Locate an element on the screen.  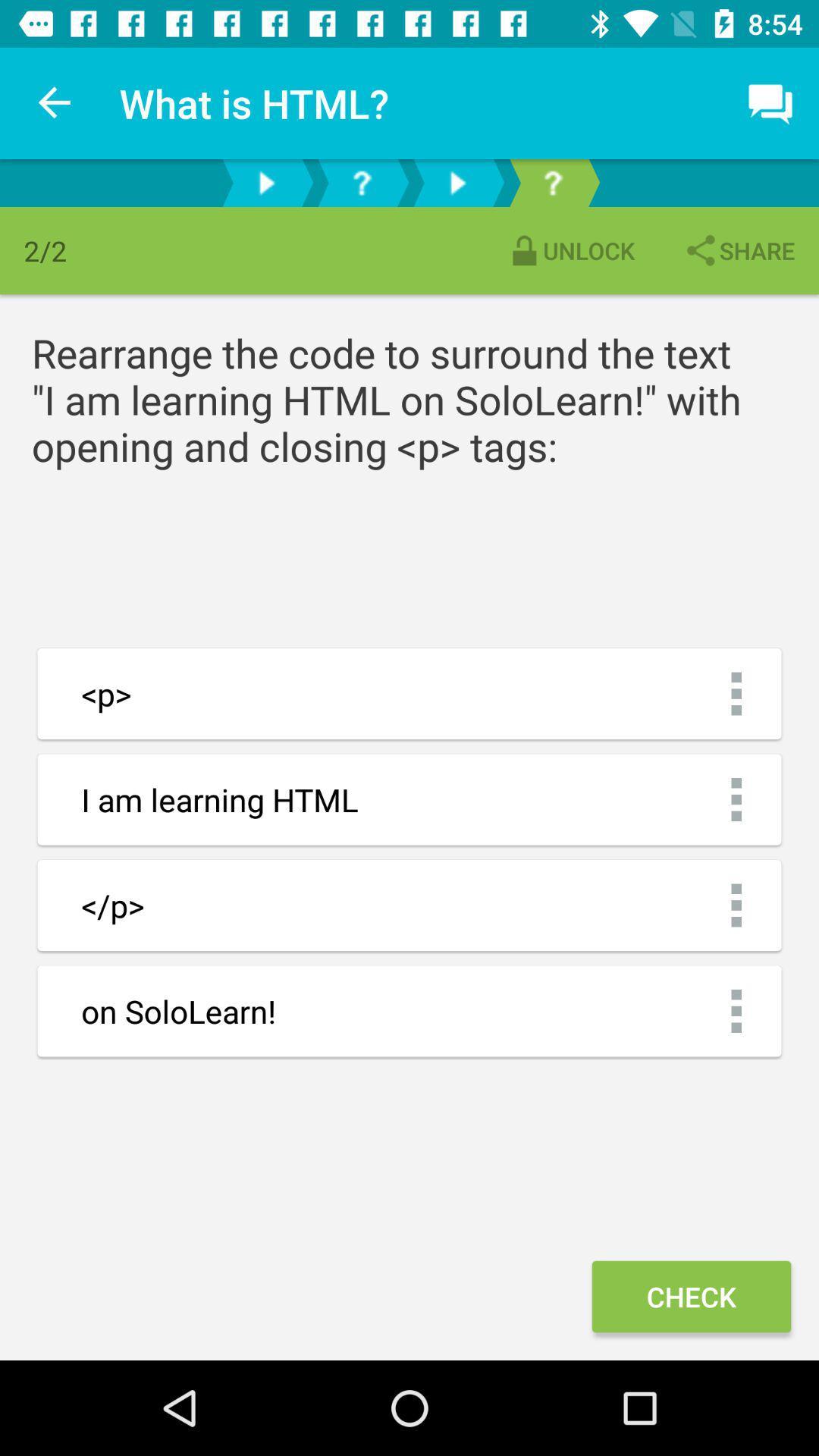
see next page is located at coordinates (456, 182).